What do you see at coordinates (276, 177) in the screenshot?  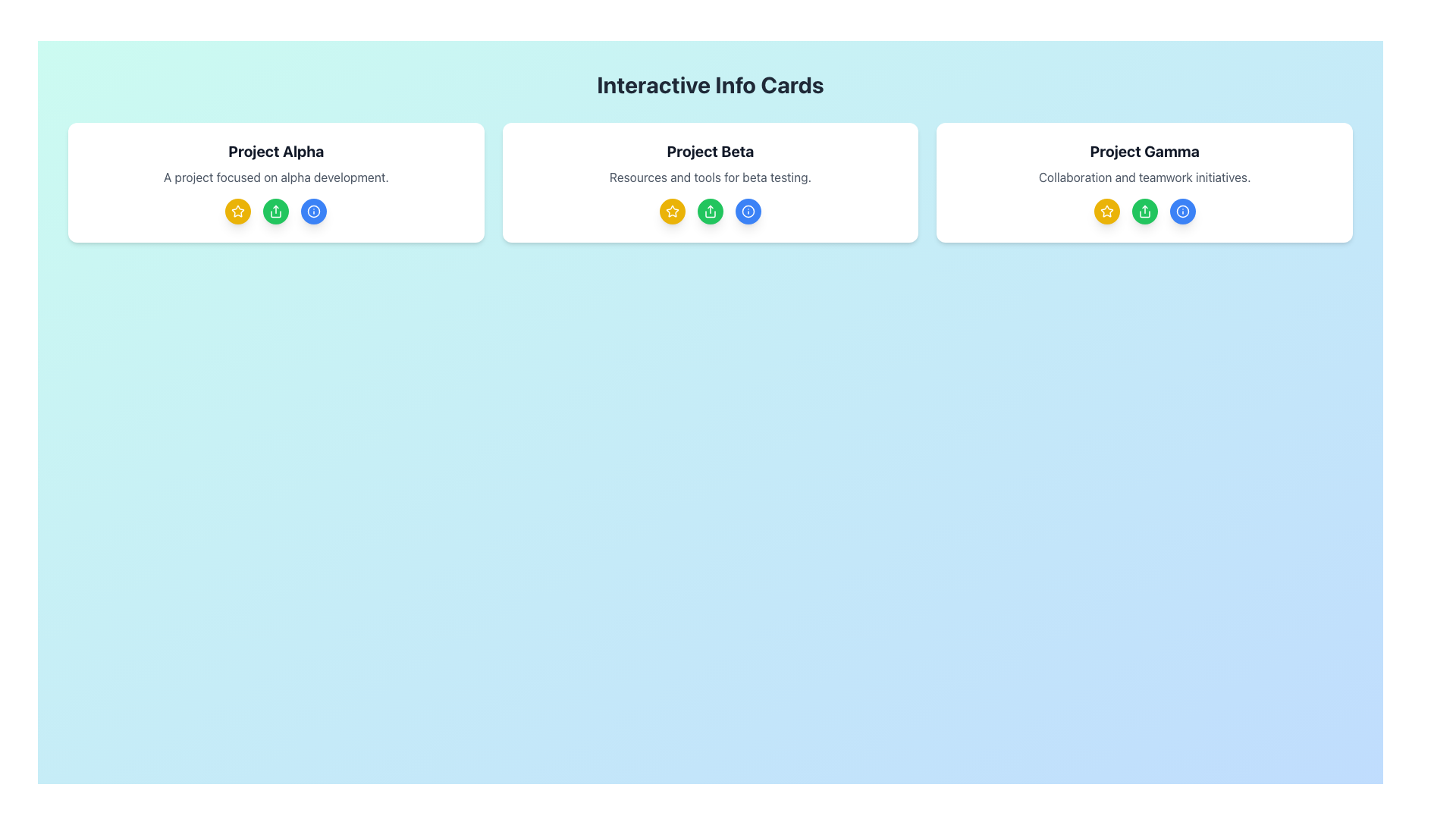 I see `description text located within the 'Project Alpha' card, situated below the title text 'Project Alpha' and above three interactive icons` at bounding box center [276, 177].